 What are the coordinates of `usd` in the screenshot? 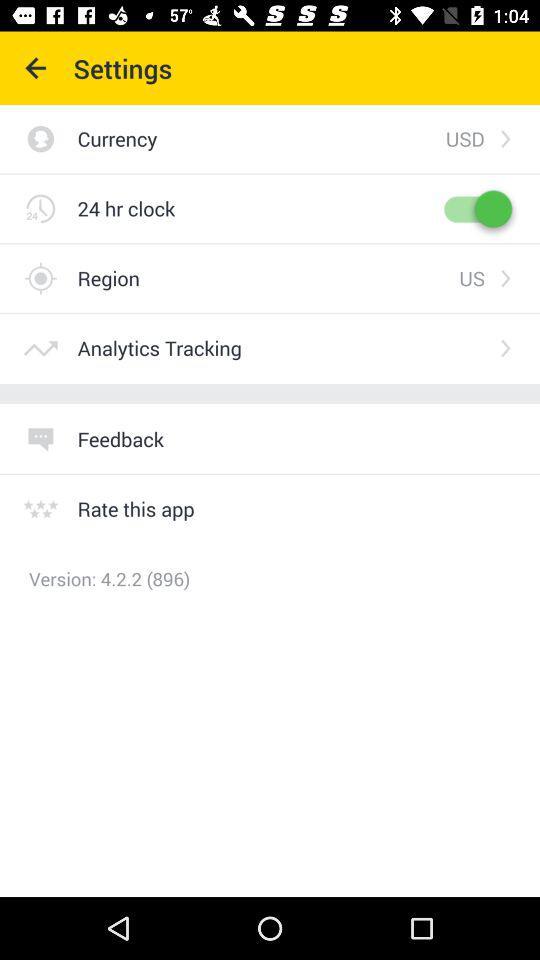 It's located at (465, 137).